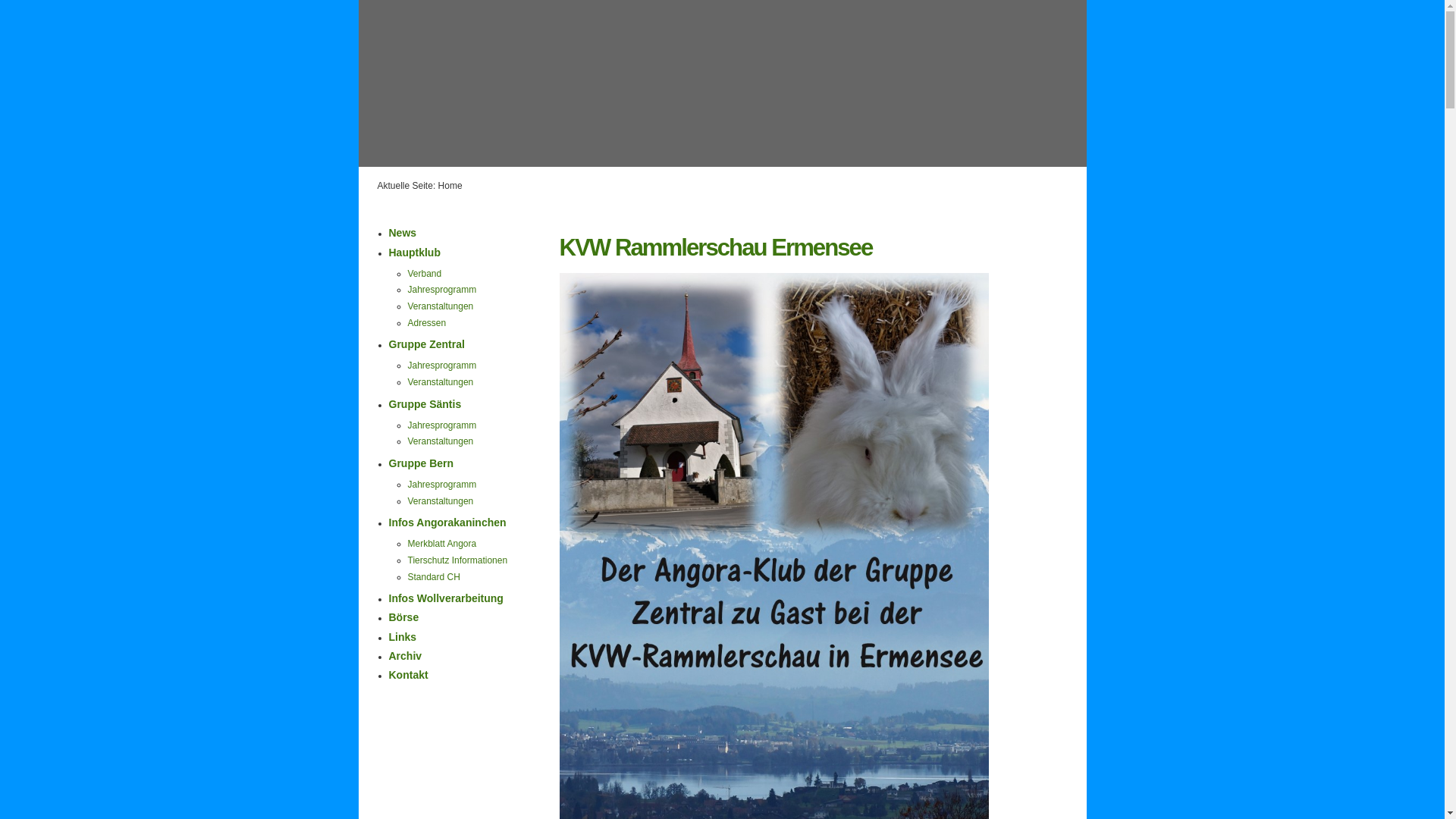  Describe the element at coordinates (440, 381) in the screenshot. I see `'Veranstaltungen'` at that location.